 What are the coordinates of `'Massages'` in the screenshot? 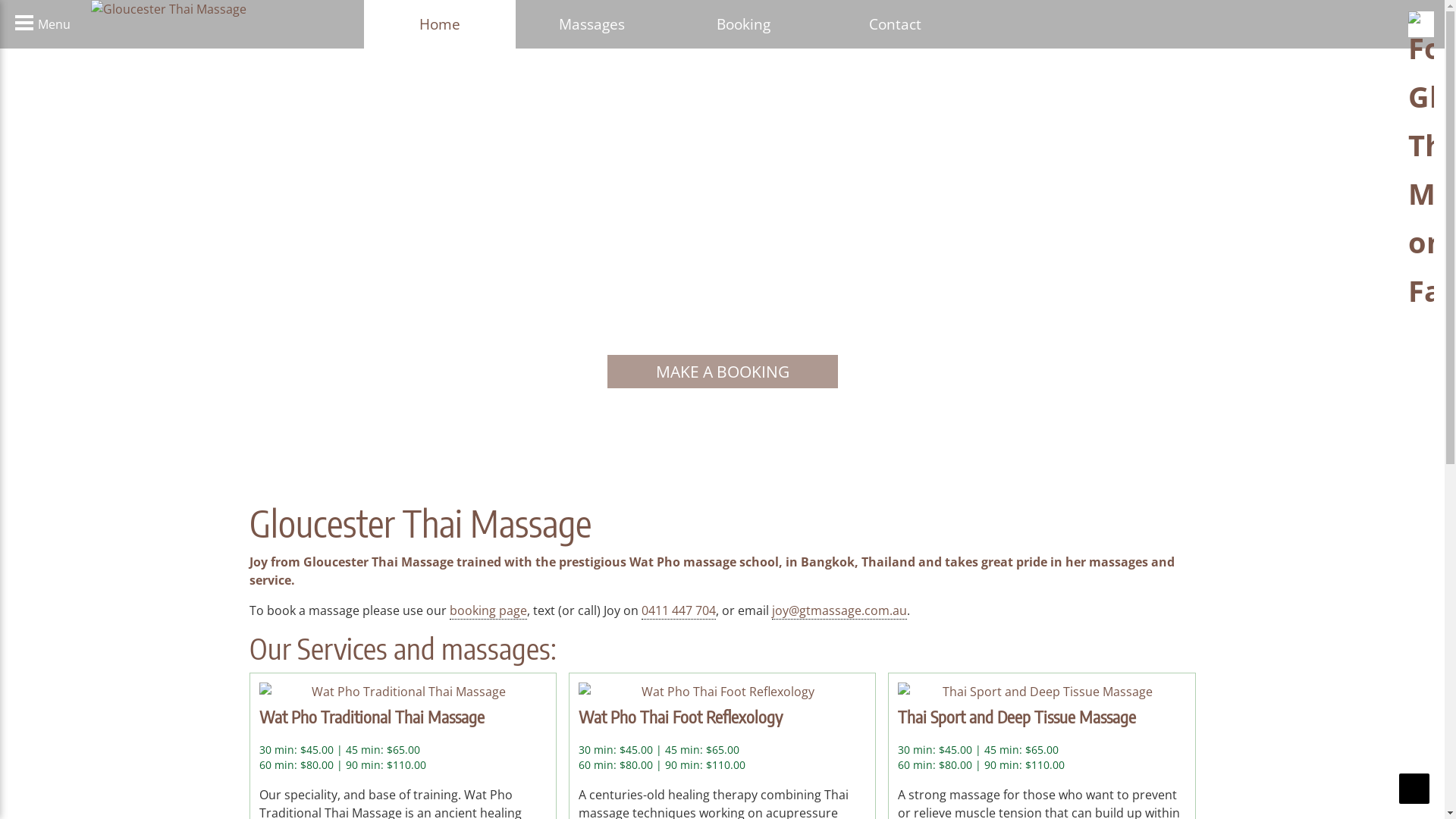 It's located at (590, 24).